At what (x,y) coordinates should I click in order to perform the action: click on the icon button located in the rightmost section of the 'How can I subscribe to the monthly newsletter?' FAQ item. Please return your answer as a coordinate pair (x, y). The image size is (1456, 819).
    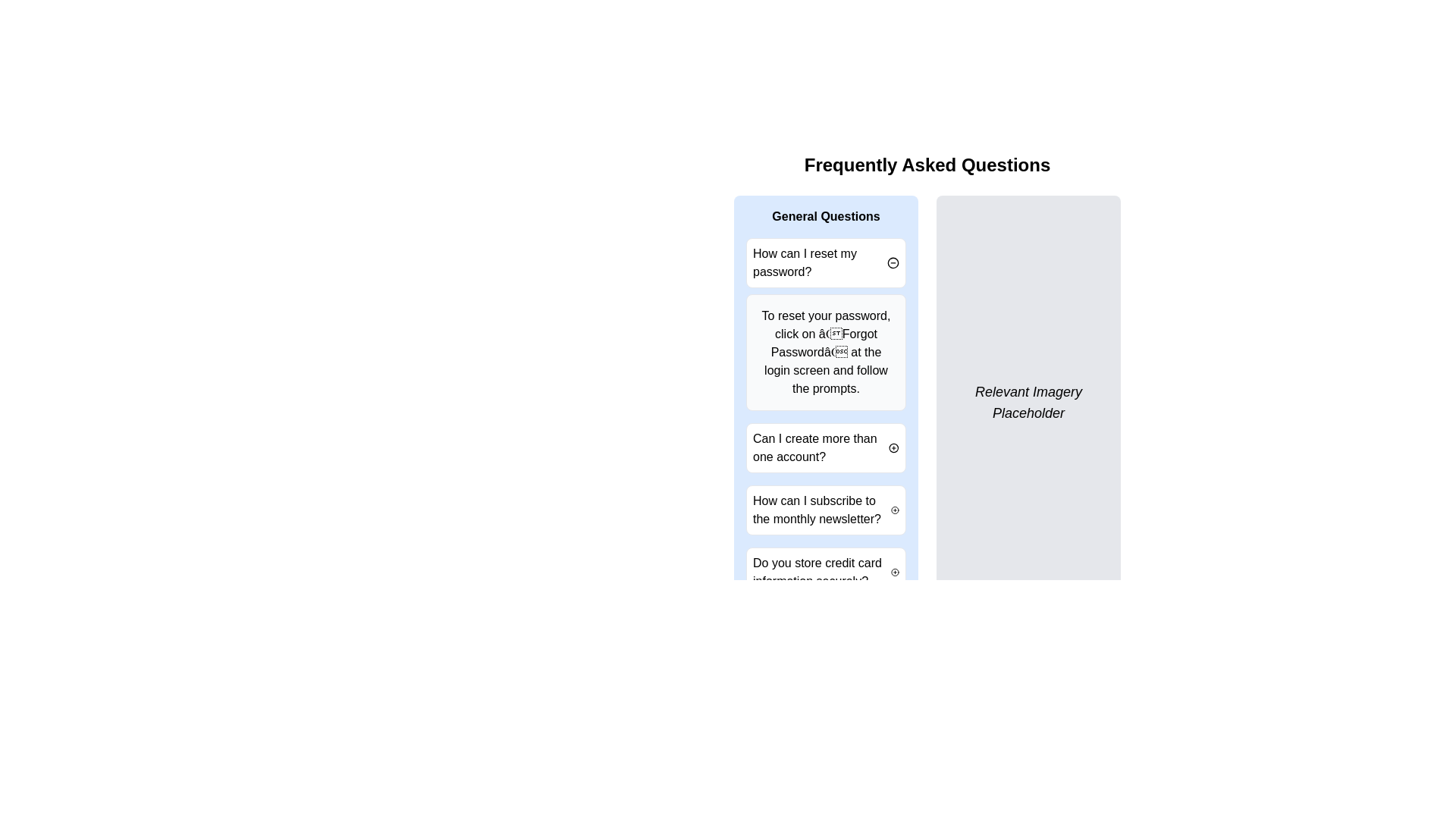
    Looking at the image, I should click on (895, 510).